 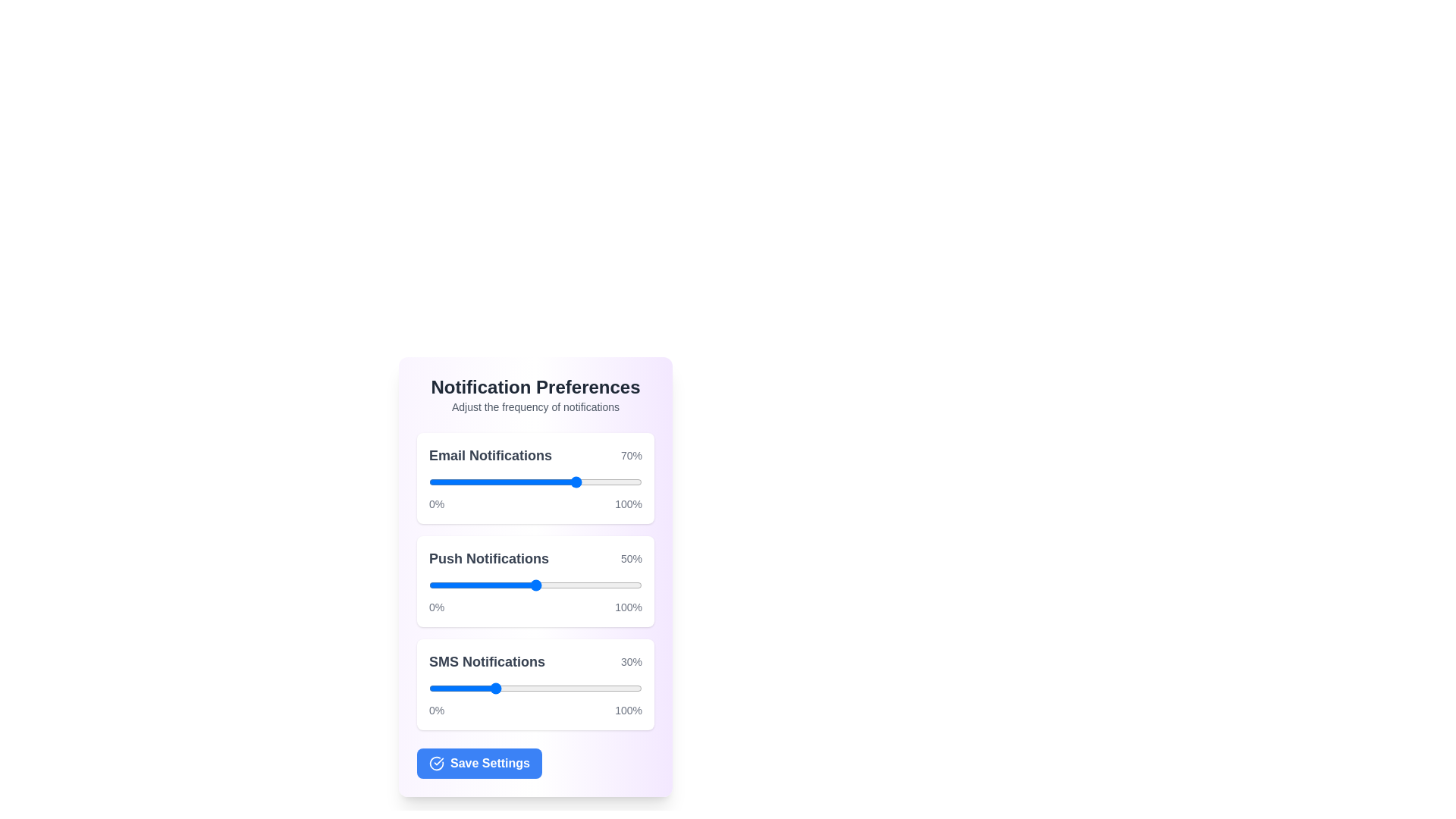 What do you see at coordinates (535, 394) in the screenshot?
I see `the text label at the top of the card that describes notification preferences` at bounding box center [535, 394].